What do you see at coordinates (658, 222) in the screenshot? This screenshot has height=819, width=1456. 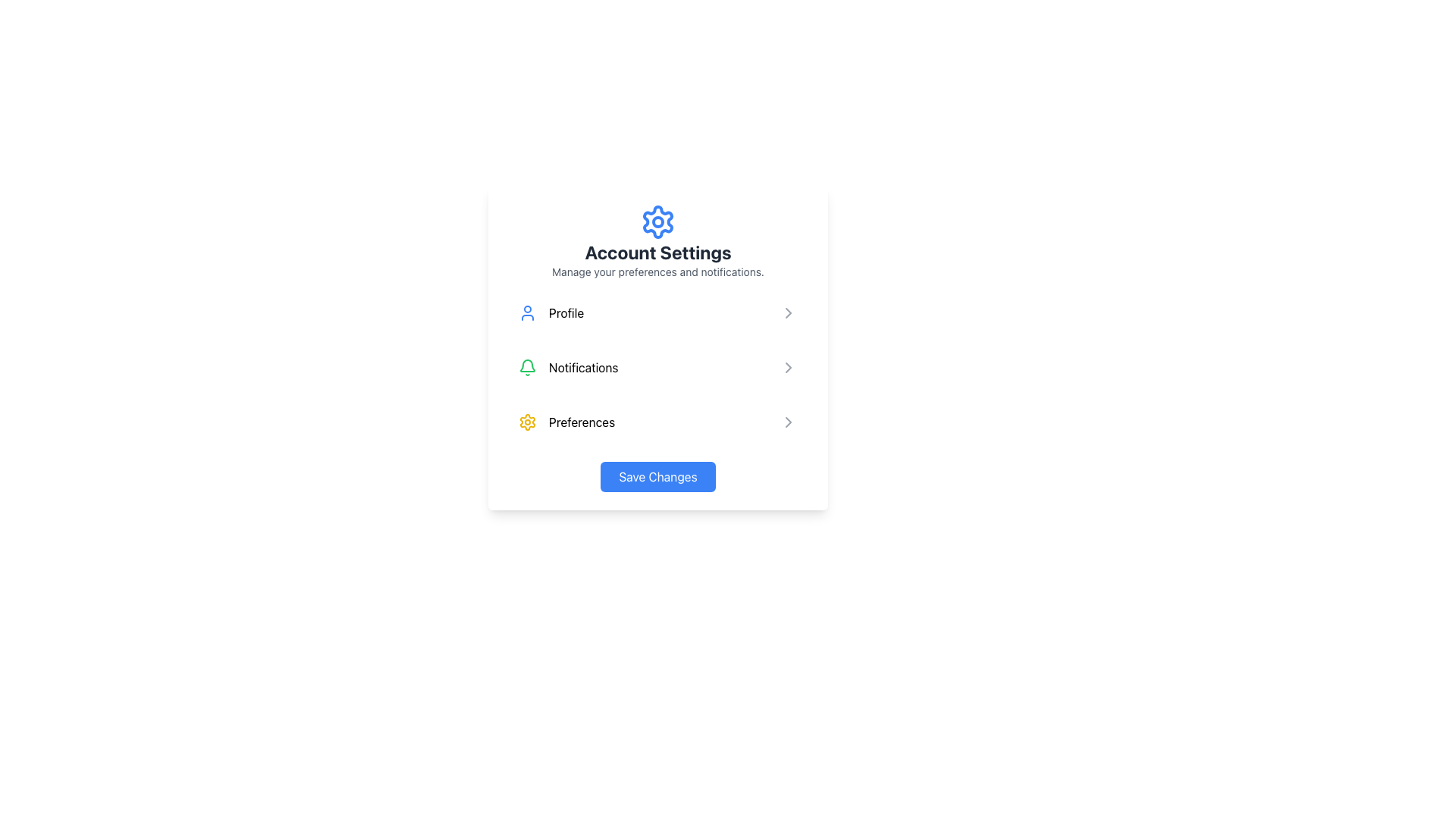 I see `the gear-shaped icon with a blue outline located at the center of the card above the 'Account Settings' title` at bounding box center [658, 222].